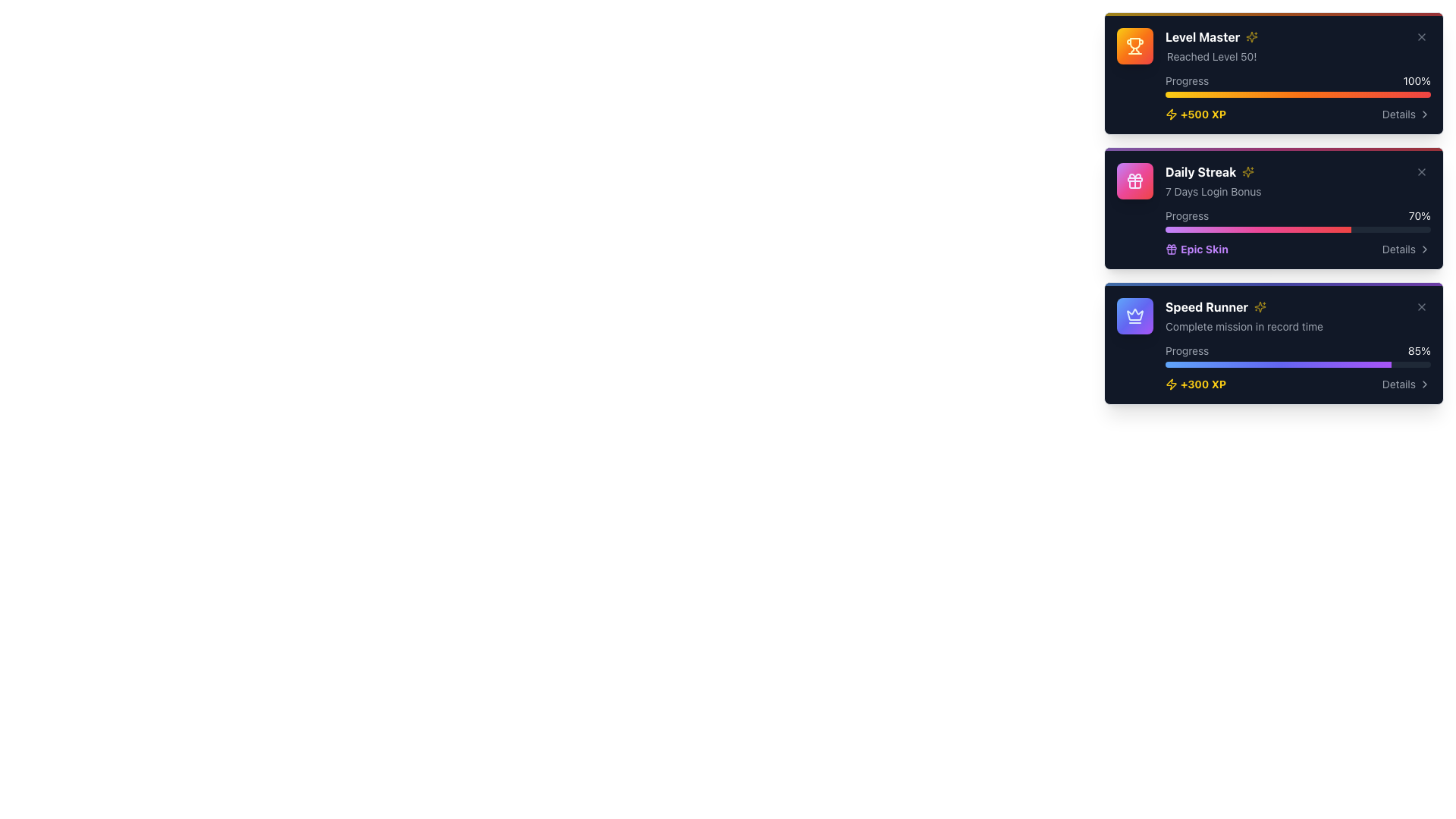 The width and height of the screenshot is (1456, 819). What do you see at coordinates (1252, 36) in the screenshot?
I see `the sparkles icon with a yellow appearance and glowing animation, located to the right of the 'Level Master' label` at bounding box center [1252, 36].